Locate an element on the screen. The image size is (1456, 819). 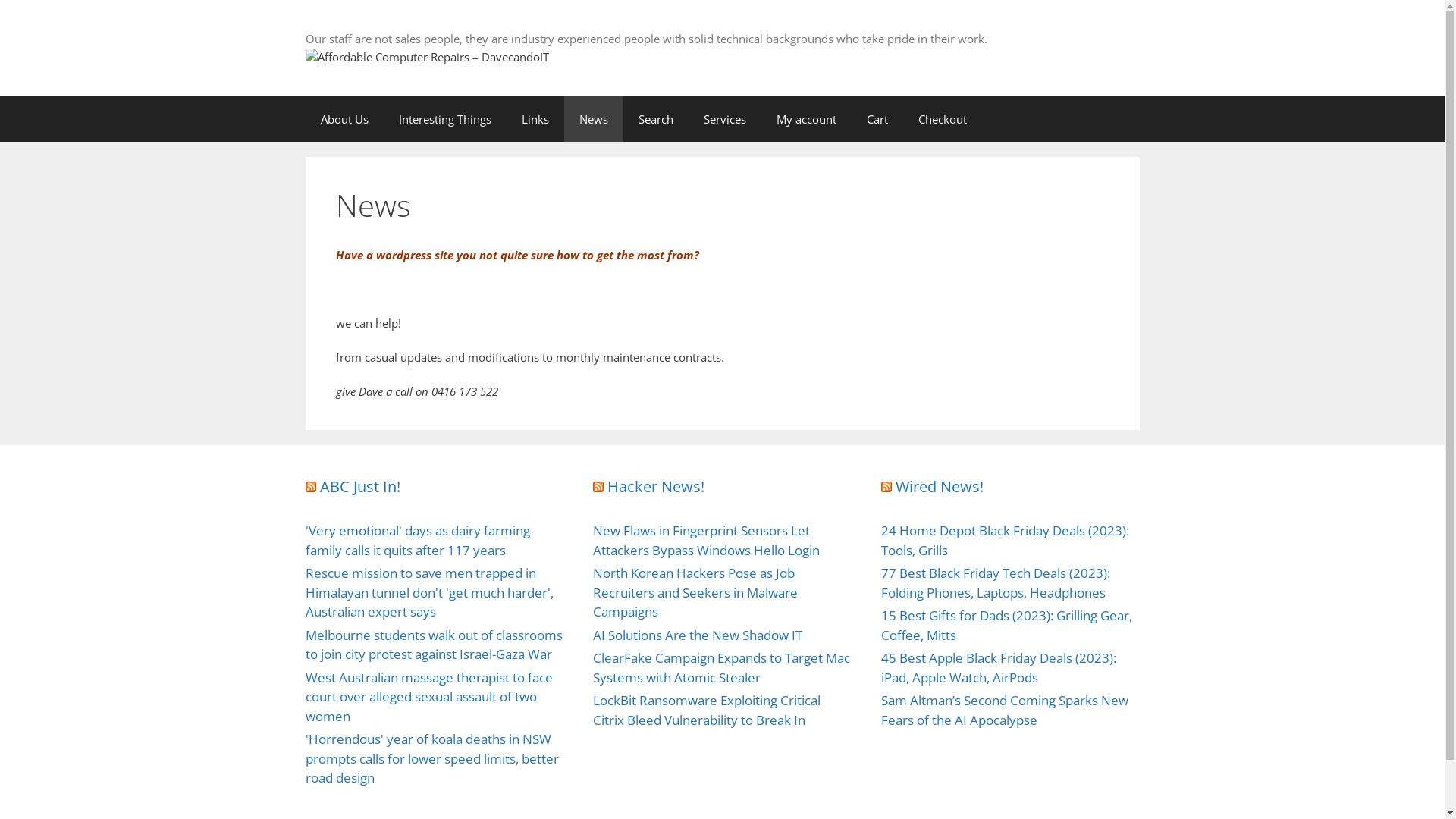
'24 Home Depot Black Friday Deals (2023): Tools, Grills' is located at coordinates (1005, 539).